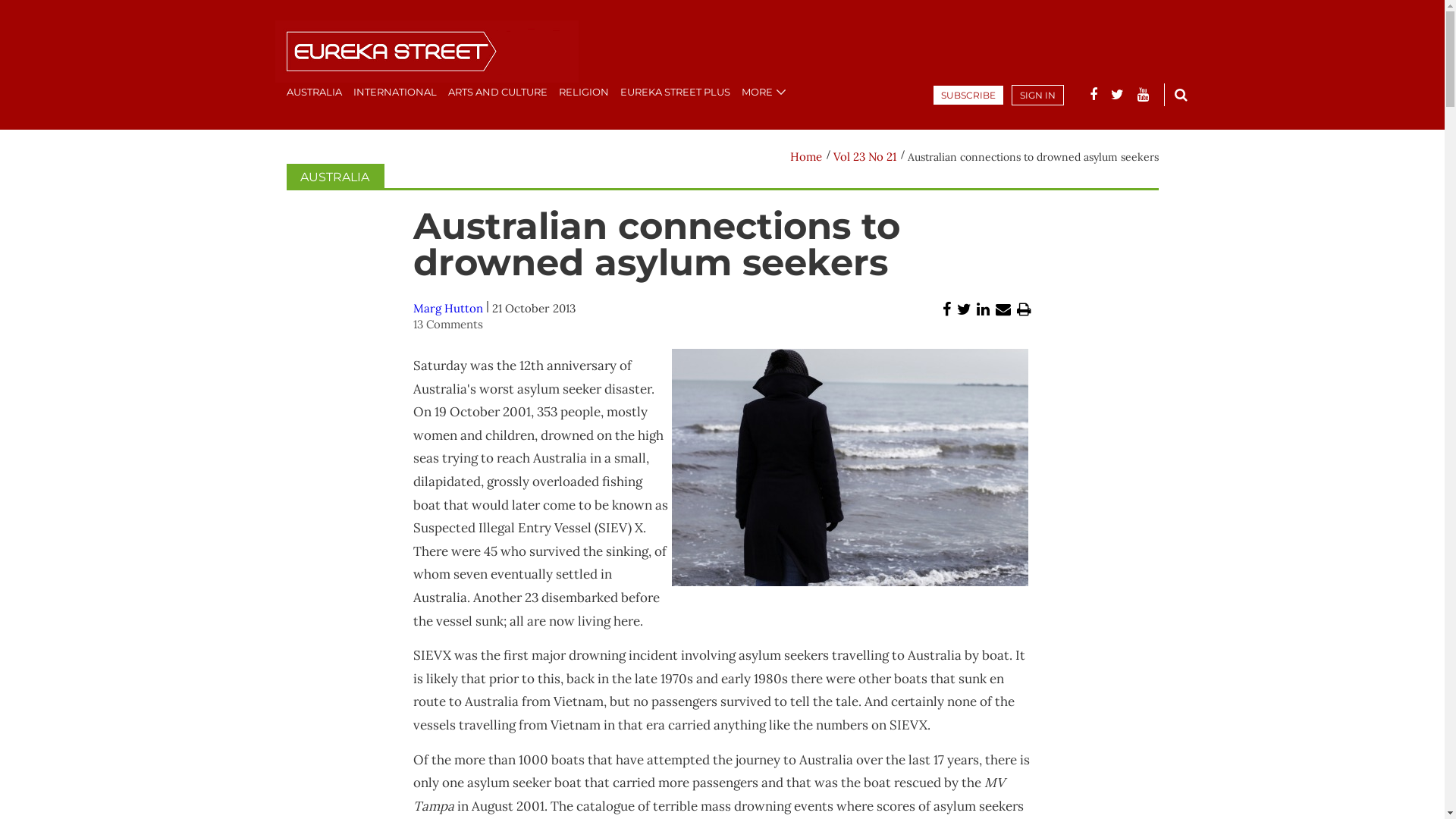 This screenshot has width=1456, height=819. Describe the element at coordinates (447, 307) in the screenshot. I see `'Marg Hutton'` at that location.